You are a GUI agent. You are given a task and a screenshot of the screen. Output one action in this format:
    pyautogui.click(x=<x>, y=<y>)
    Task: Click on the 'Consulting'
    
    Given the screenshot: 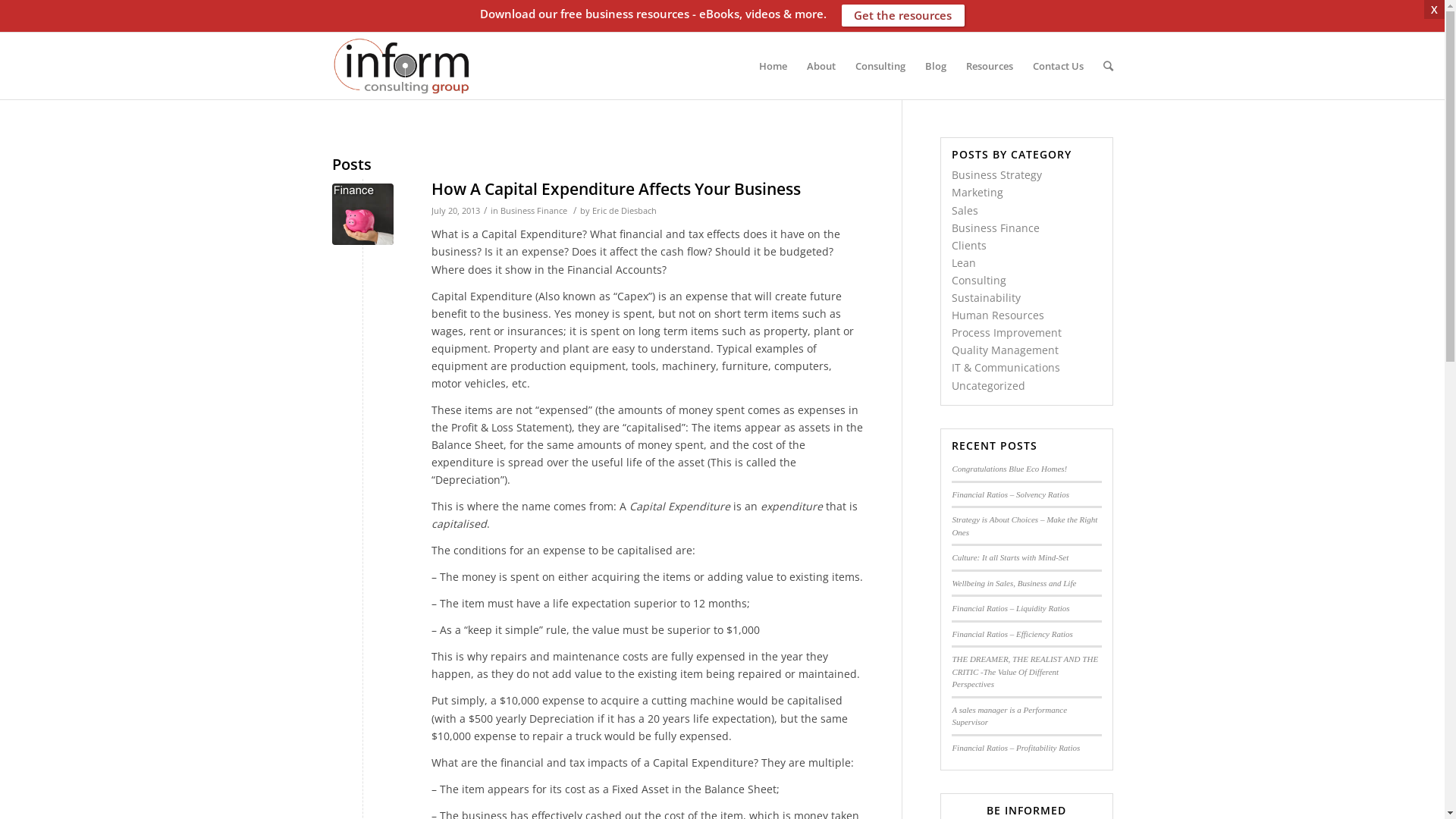 What is the action you would take?
    pyautogui.click(x=979, y=280)
    